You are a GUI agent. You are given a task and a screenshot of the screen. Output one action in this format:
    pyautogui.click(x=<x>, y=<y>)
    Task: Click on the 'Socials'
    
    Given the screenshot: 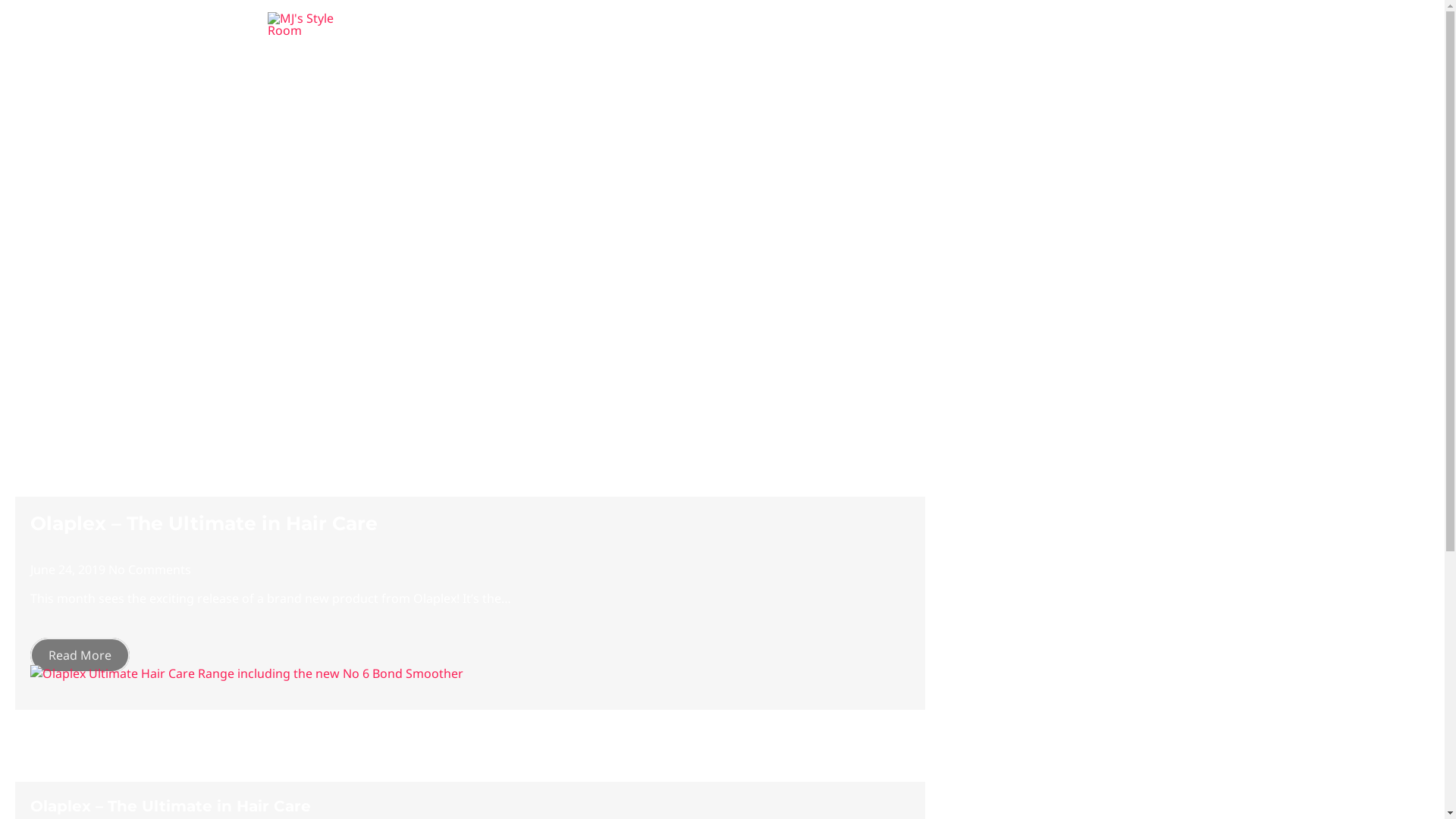 What is the action you would take?
    pyautogui.click(x=1026, y=24)
    